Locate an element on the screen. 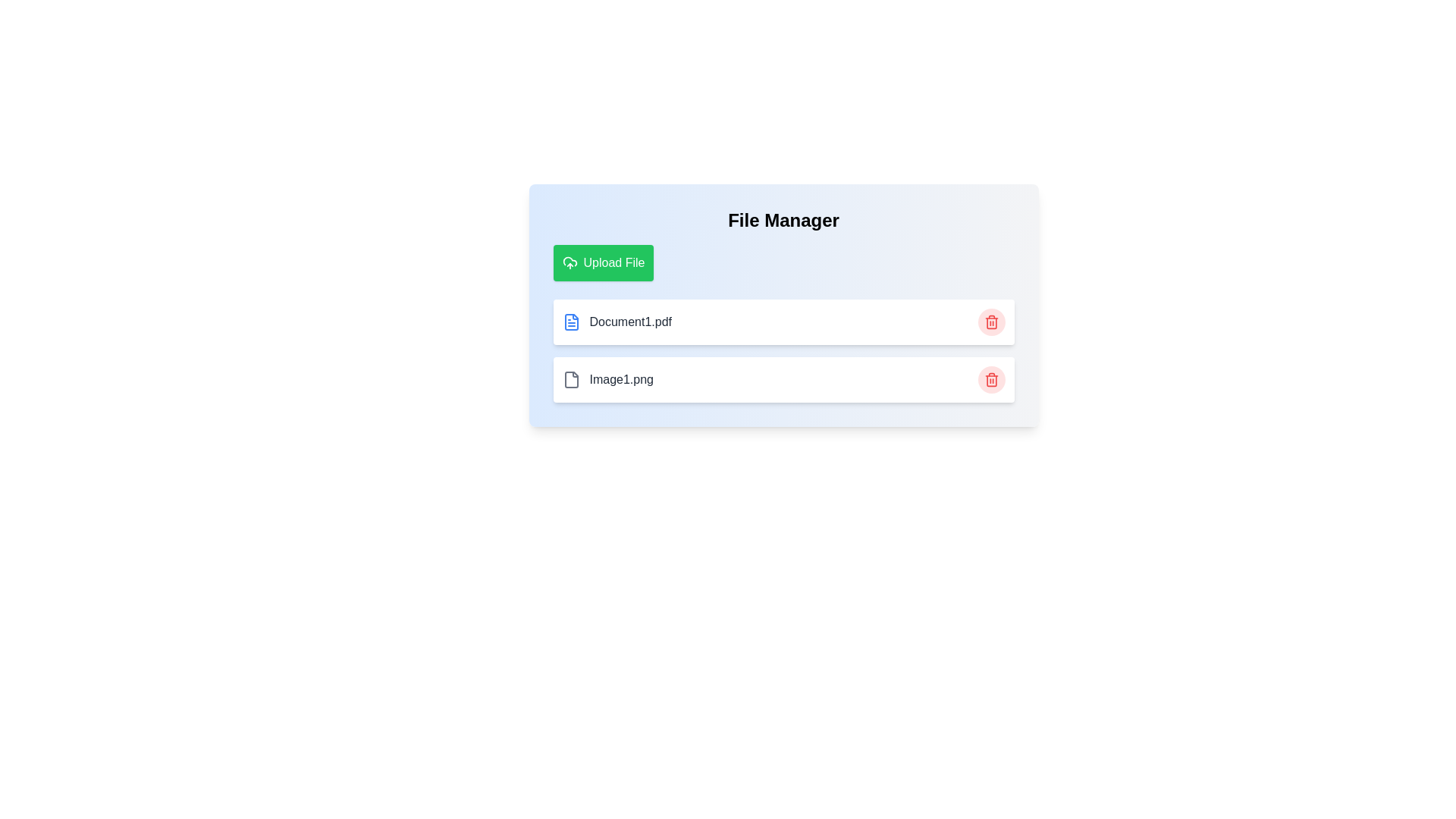  the label text within the green upload button located at the top left of the interface, which indicates the action to upload a file is located at coordinates (614, 262).